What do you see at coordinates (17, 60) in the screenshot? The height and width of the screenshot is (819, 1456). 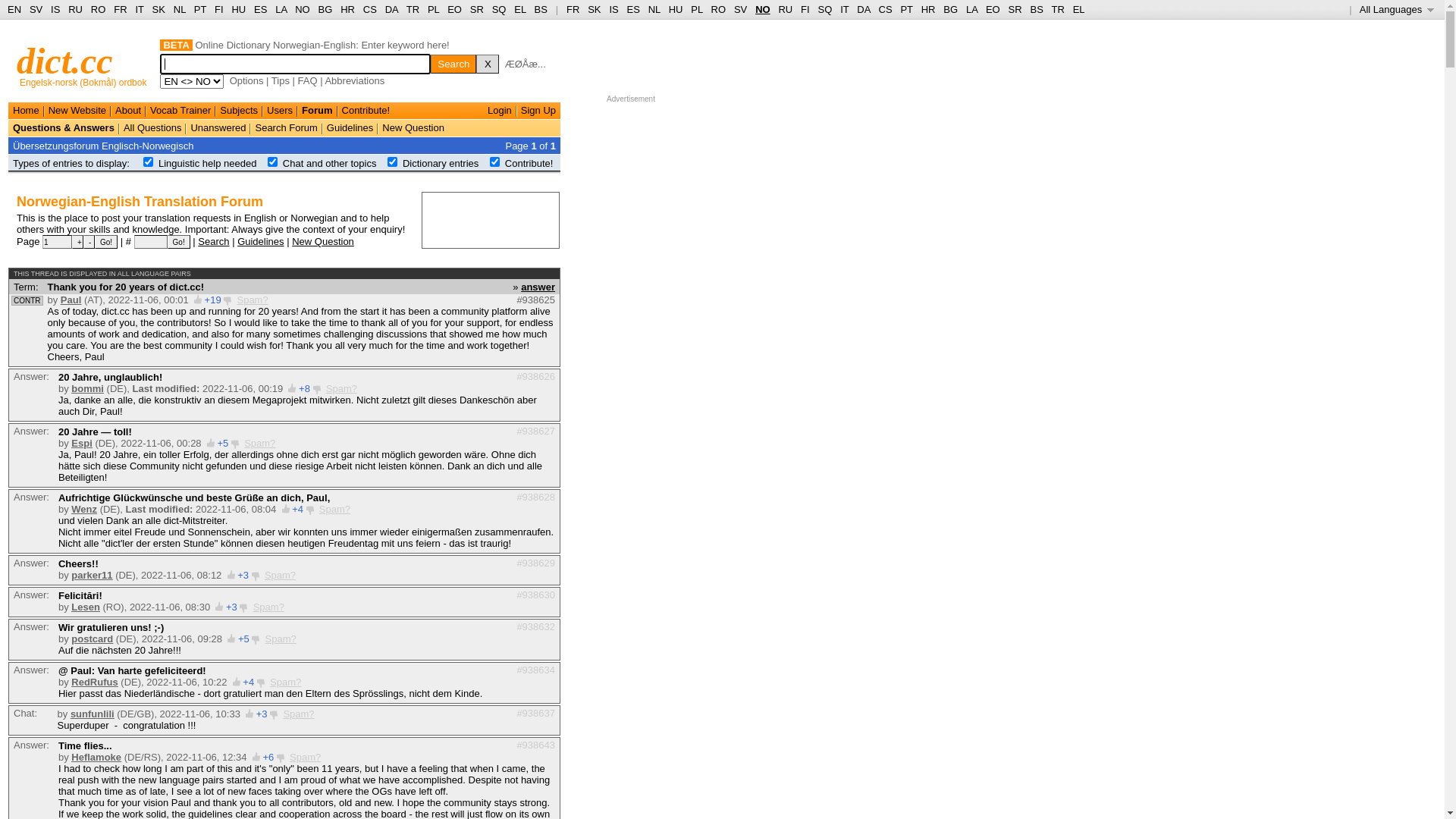 I see `'dict.cc'` at bounding box center [17, 60].